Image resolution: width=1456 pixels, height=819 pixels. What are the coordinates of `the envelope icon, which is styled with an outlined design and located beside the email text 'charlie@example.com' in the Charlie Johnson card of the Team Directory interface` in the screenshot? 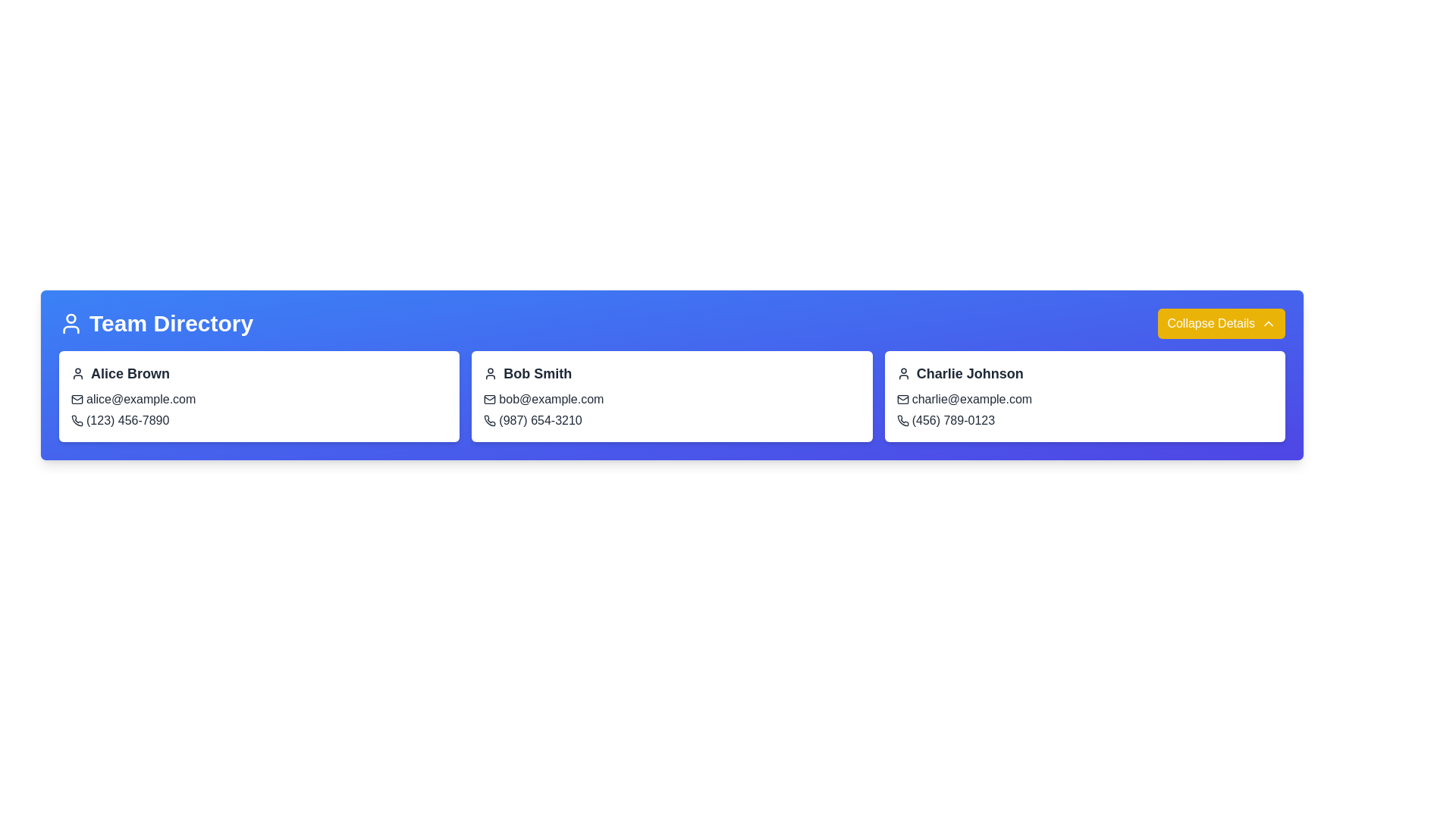 It's located at (902, 399).